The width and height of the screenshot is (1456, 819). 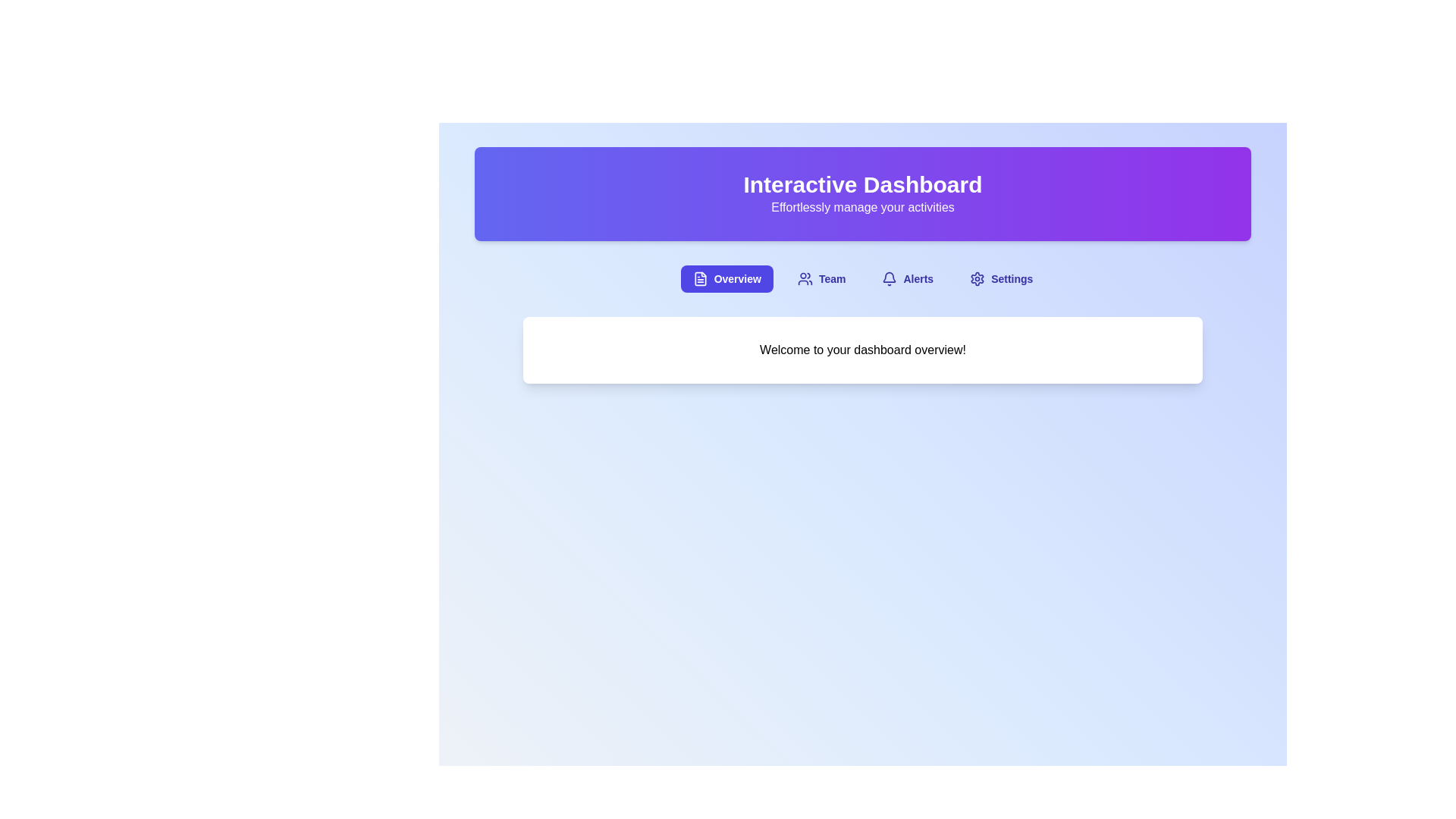 I want to click on the 'Settings' button located on the rightmost side of the navigation bar, so click(x=1001, y=278).